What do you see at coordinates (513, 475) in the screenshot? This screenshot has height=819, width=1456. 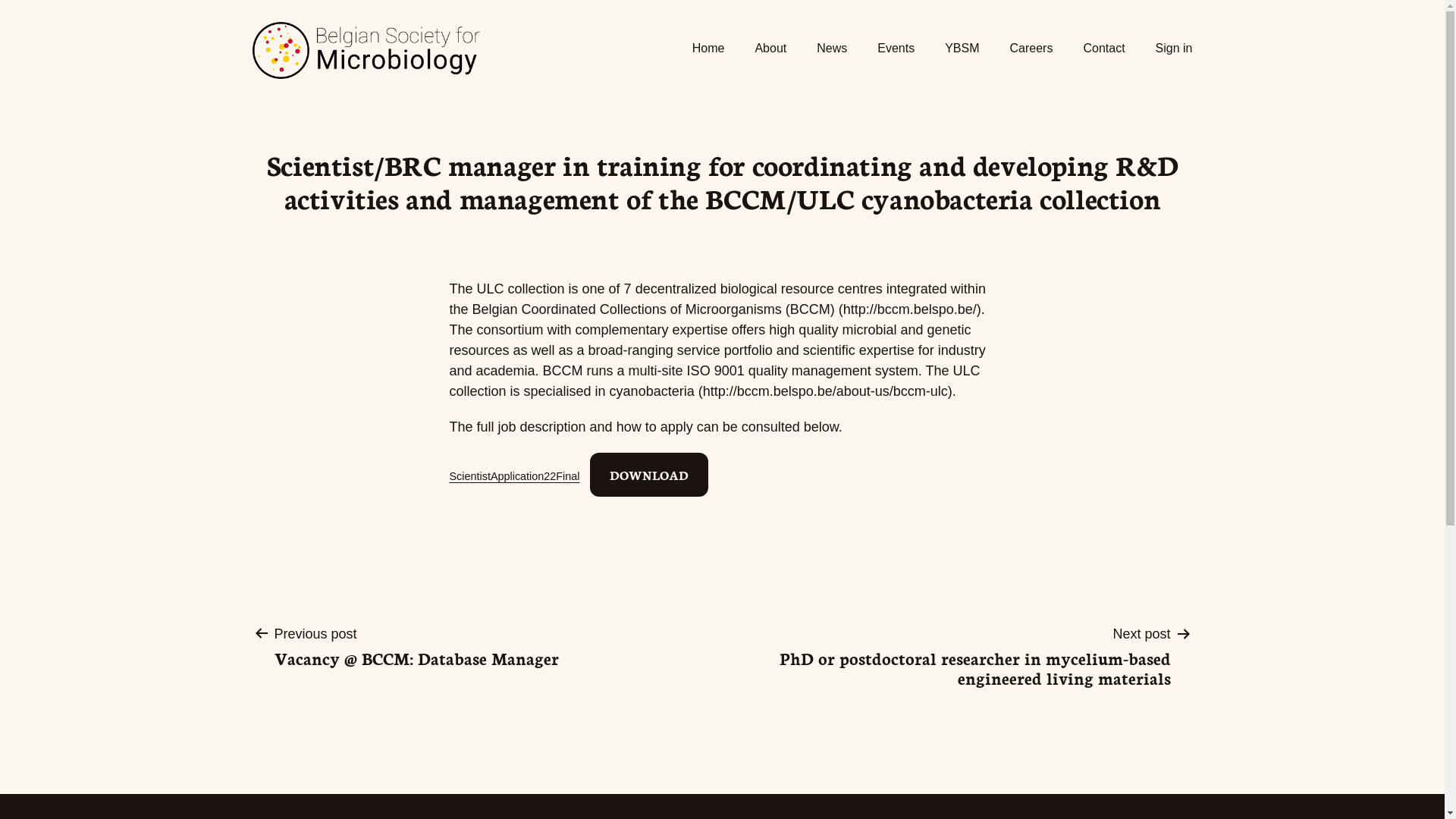 I see `'ScientistApplication22Final'` at bounding box center [513, 475].